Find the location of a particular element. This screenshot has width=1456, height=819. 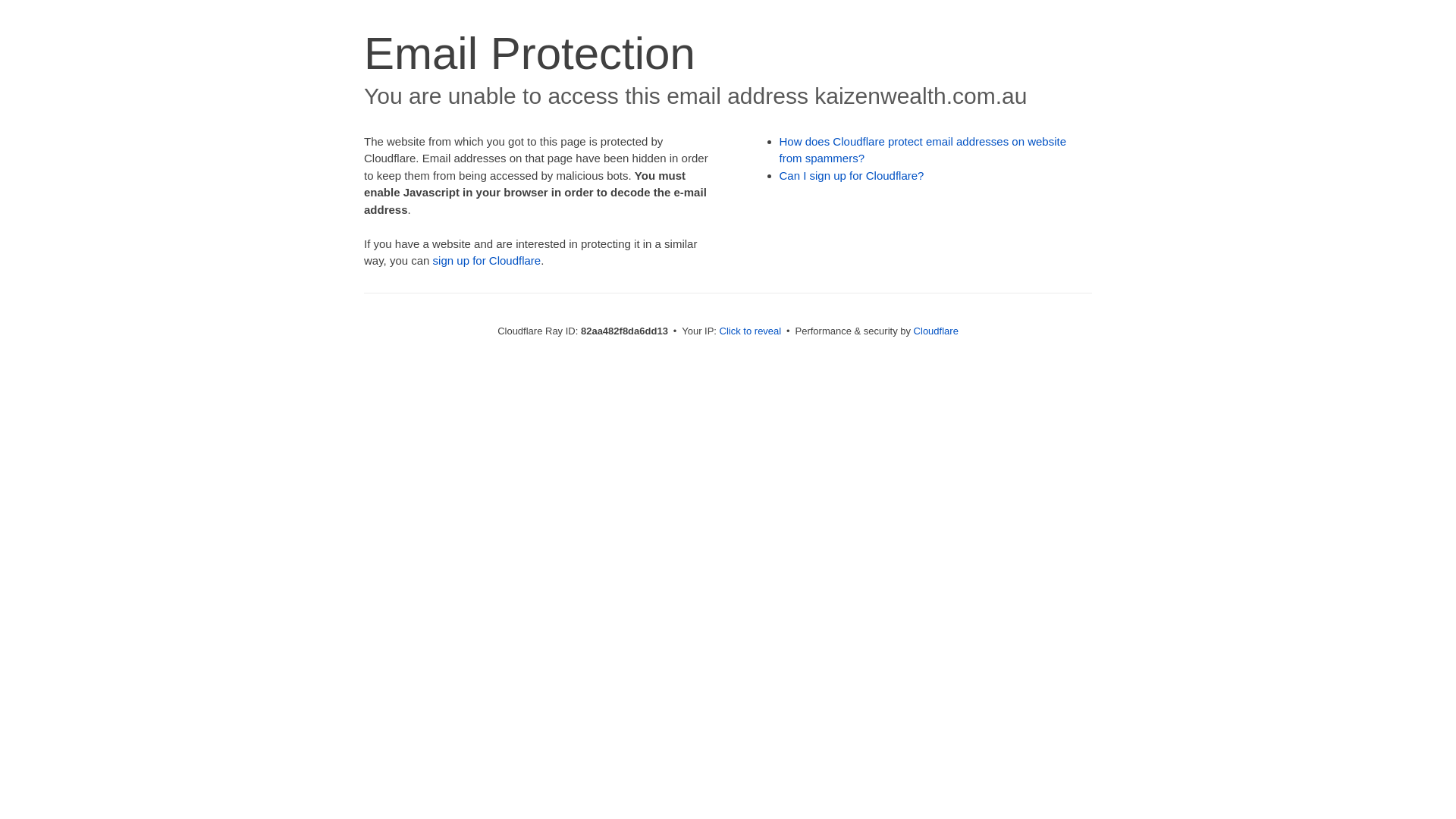

'Can I sign up for Cloudflare?' is located at coordinates (852, 174).